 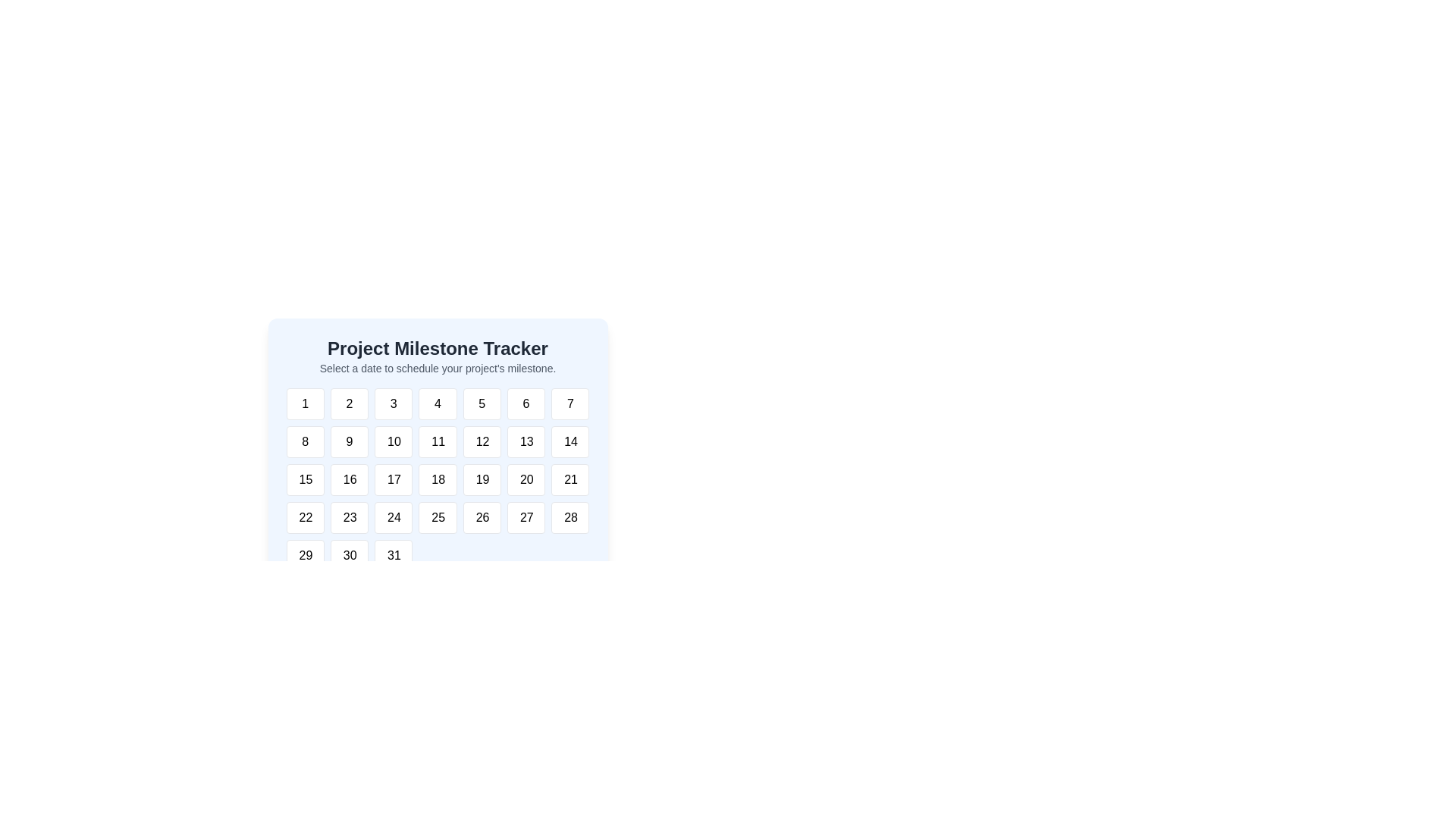 I want to click on the square button with the text '31' in the bottom-right corner of the calendar grid to change its styling, so click(x=394, y=555).